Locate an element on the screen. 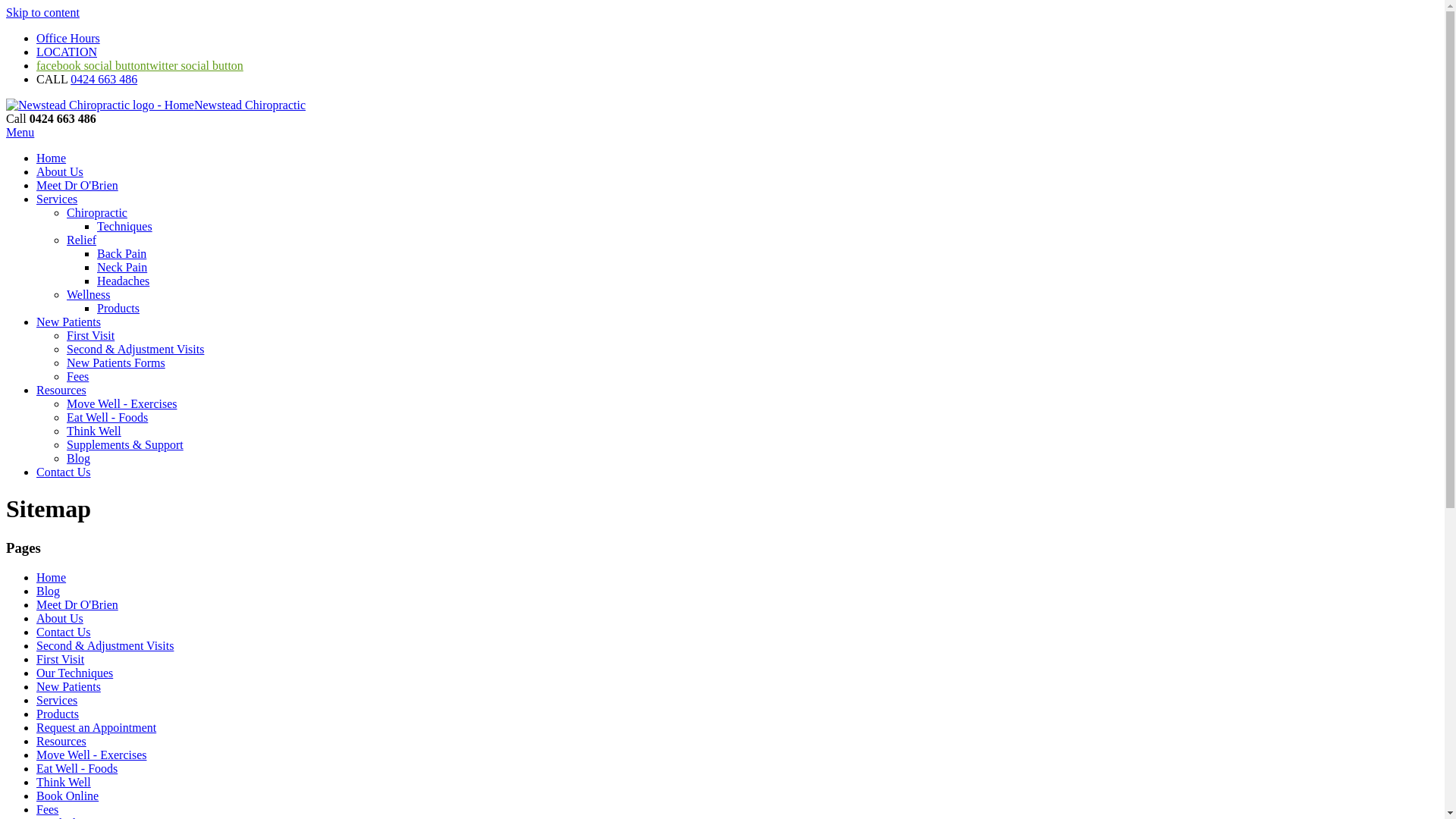 The width and height of the screenshot is (1456, 819). 'Newstead Chiropractic' is located at coordinates (155, 104).